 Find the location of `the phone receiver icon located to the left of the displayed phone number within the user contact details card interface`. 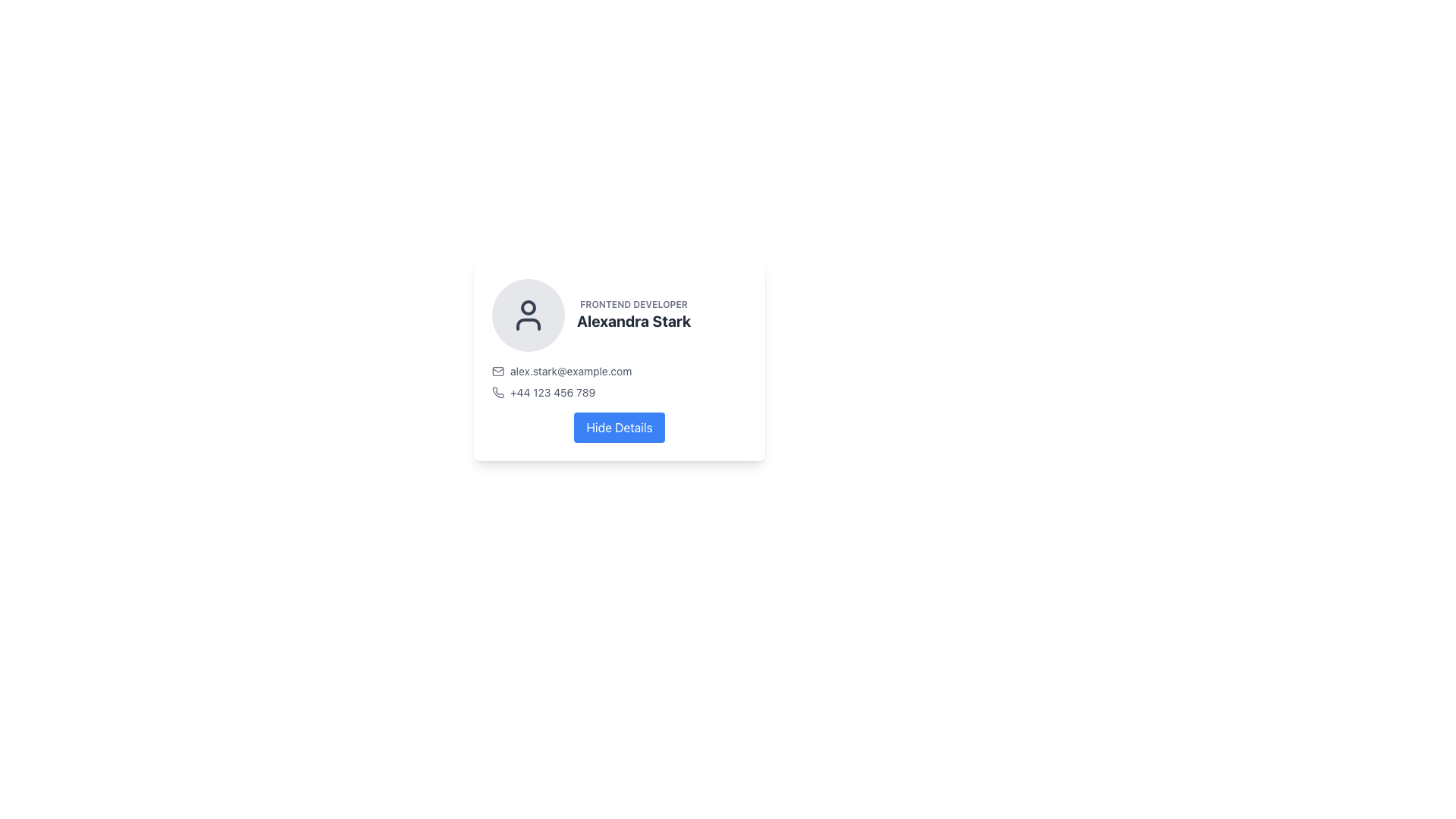

the phone receiver icon located to the left of the displayed phone number within the user contact details card interface is located at coordinates (498, 391).